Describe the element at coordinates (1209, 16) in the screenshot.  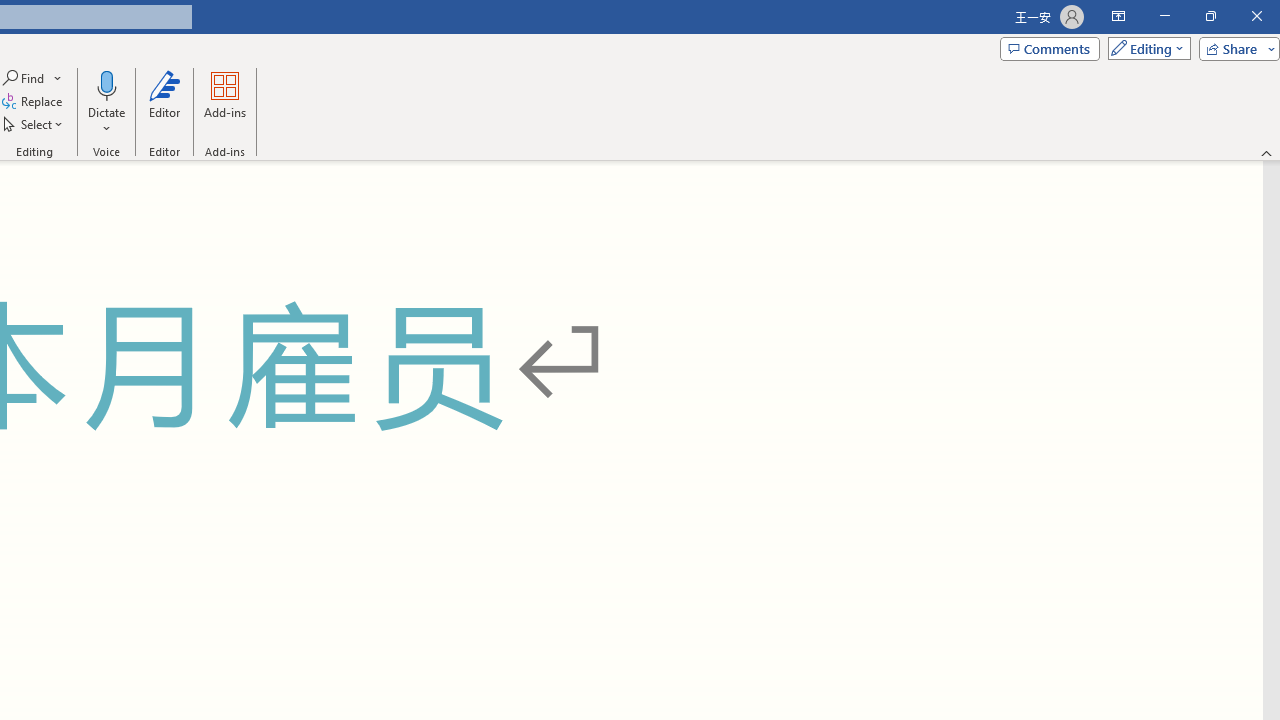
I see `'Restore Down'` at that location.